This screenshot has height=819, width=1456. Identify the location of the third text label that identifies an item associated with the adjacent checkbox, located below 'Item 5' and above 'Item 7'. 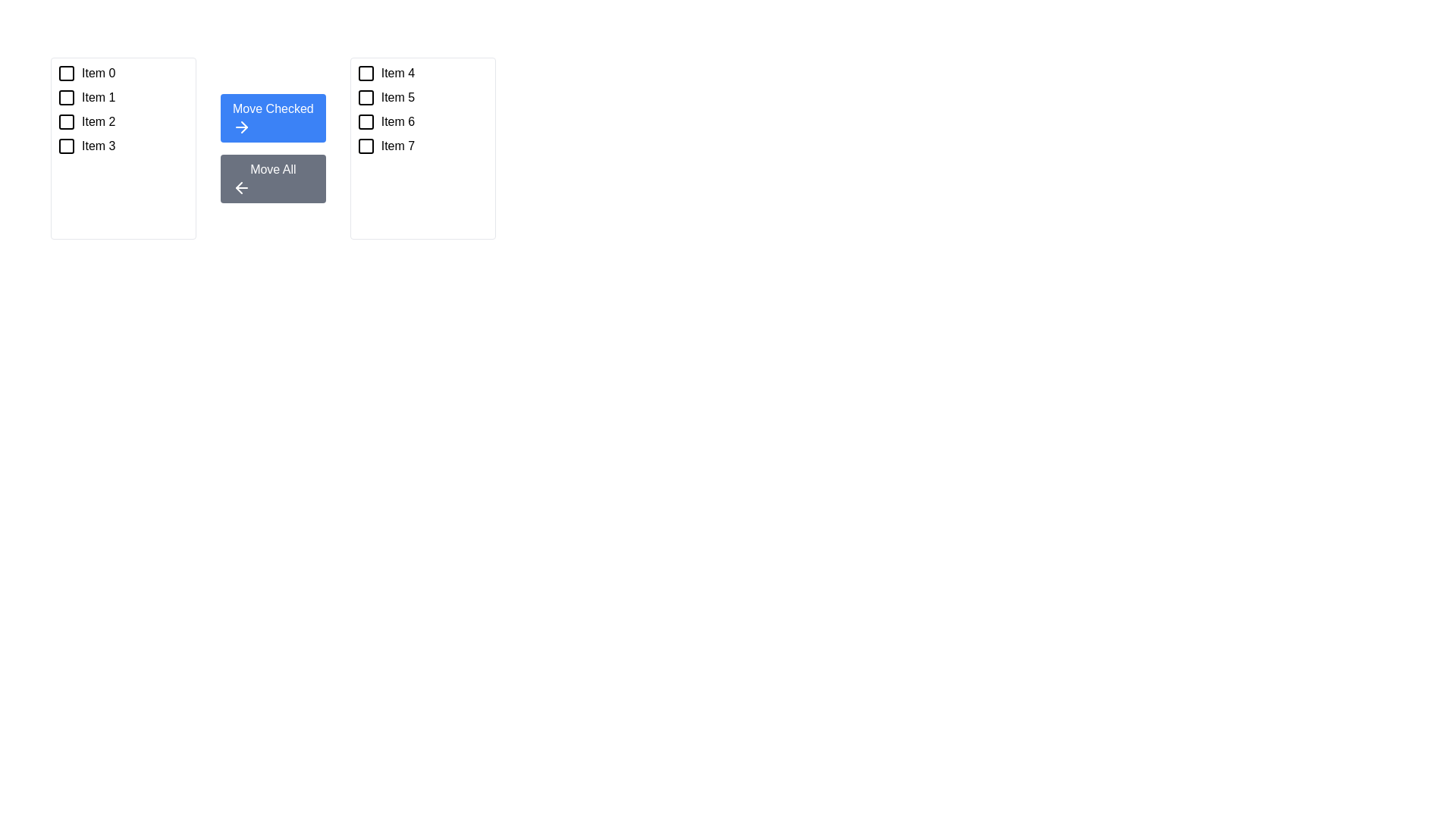
(397, 121).